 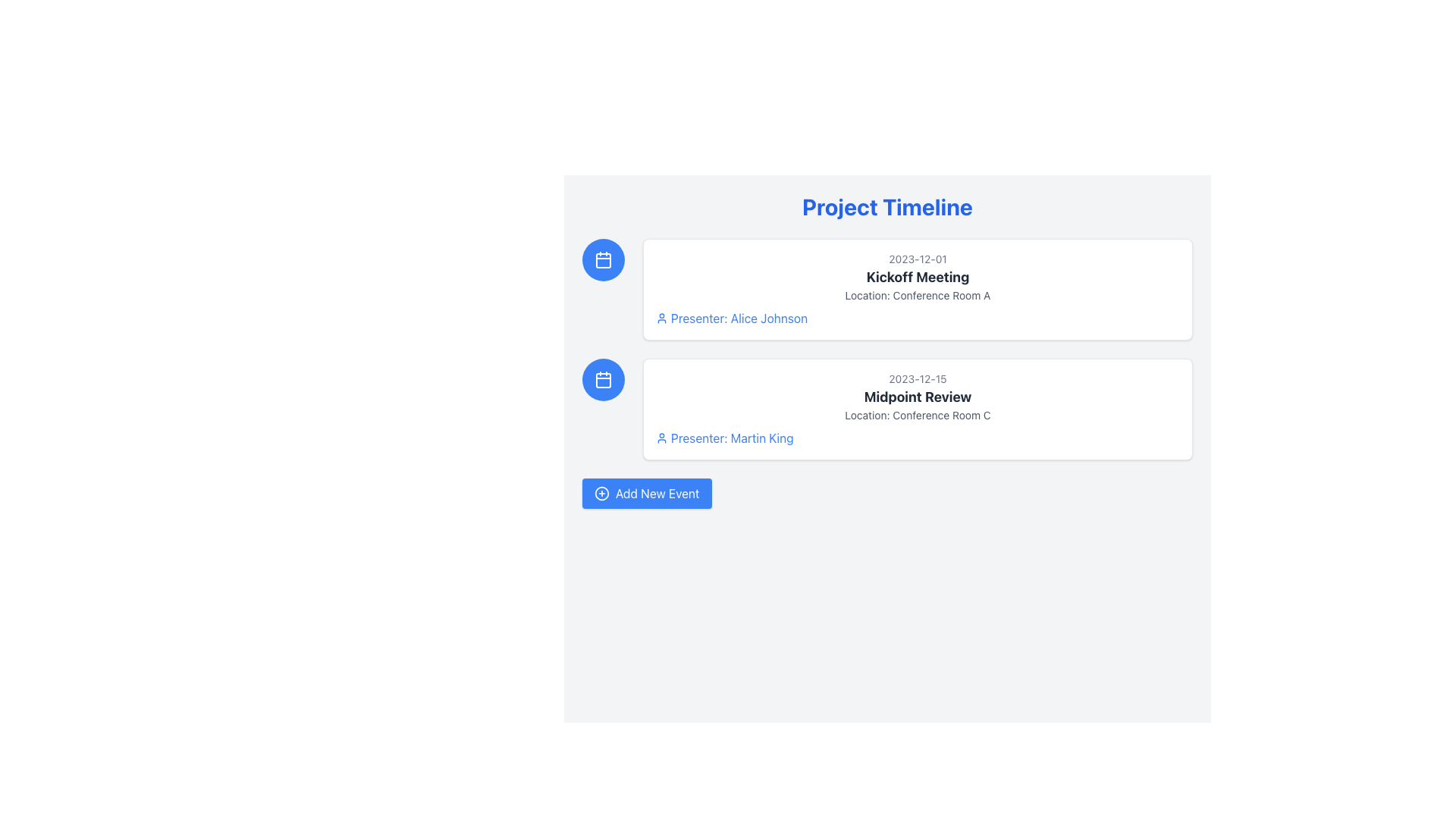 What do you see at coordinates (917, 378) in the screenshot?
I see `the text displaying the scheduled date for the event in the card section titled 'Midpoint Review'` at bounding box center [917, 378].